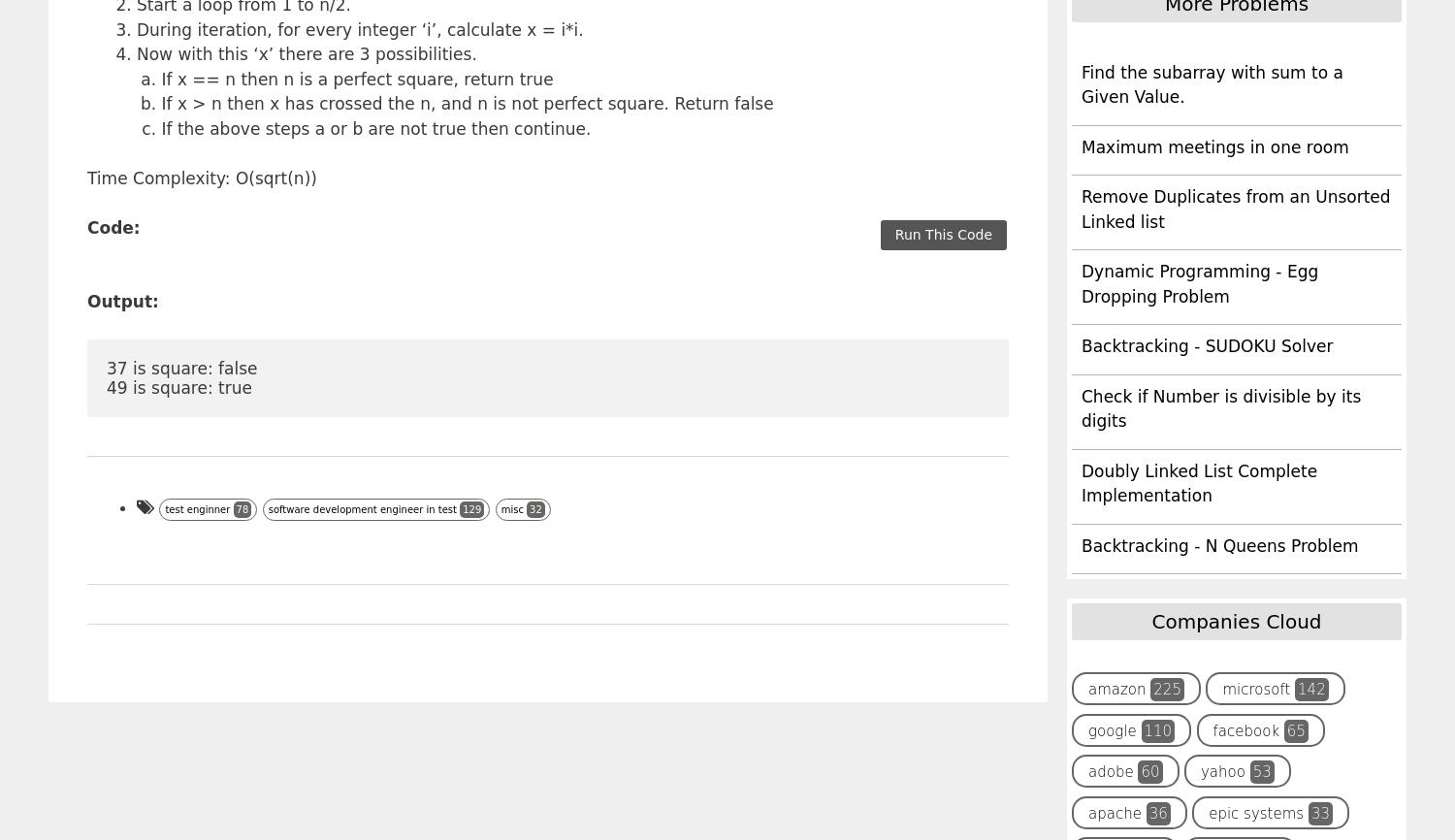 Image resolution: width=1455 pixels, height=840 pixels. Describe the element at coordinates (1144, 222) in the screenshot. I see `'sliding window'` at that location.